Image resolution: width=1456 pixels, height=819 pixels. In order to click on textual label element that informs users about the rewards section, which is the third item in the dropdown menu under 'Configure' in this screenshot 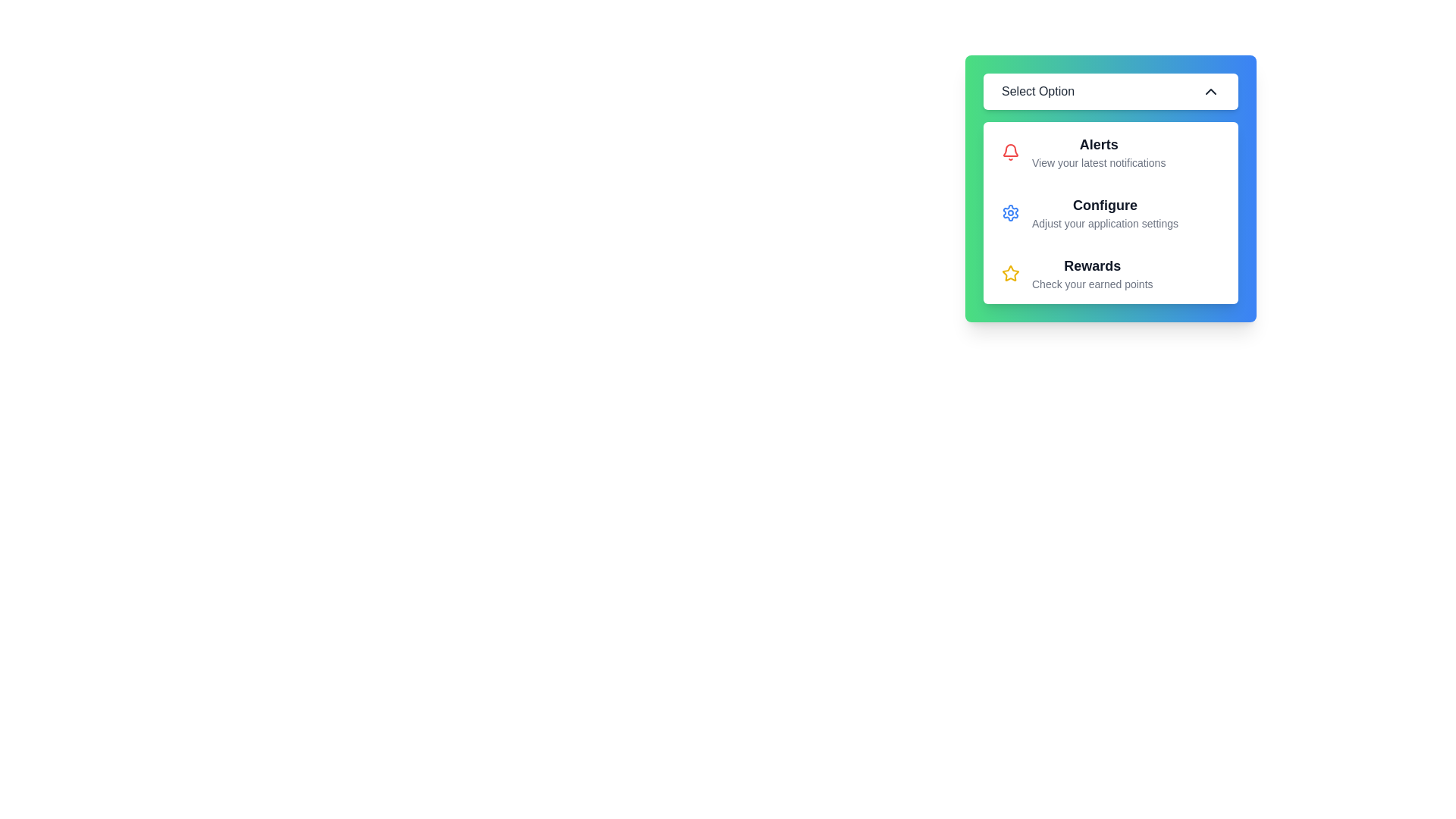, I will do `click(1092, 274)`.